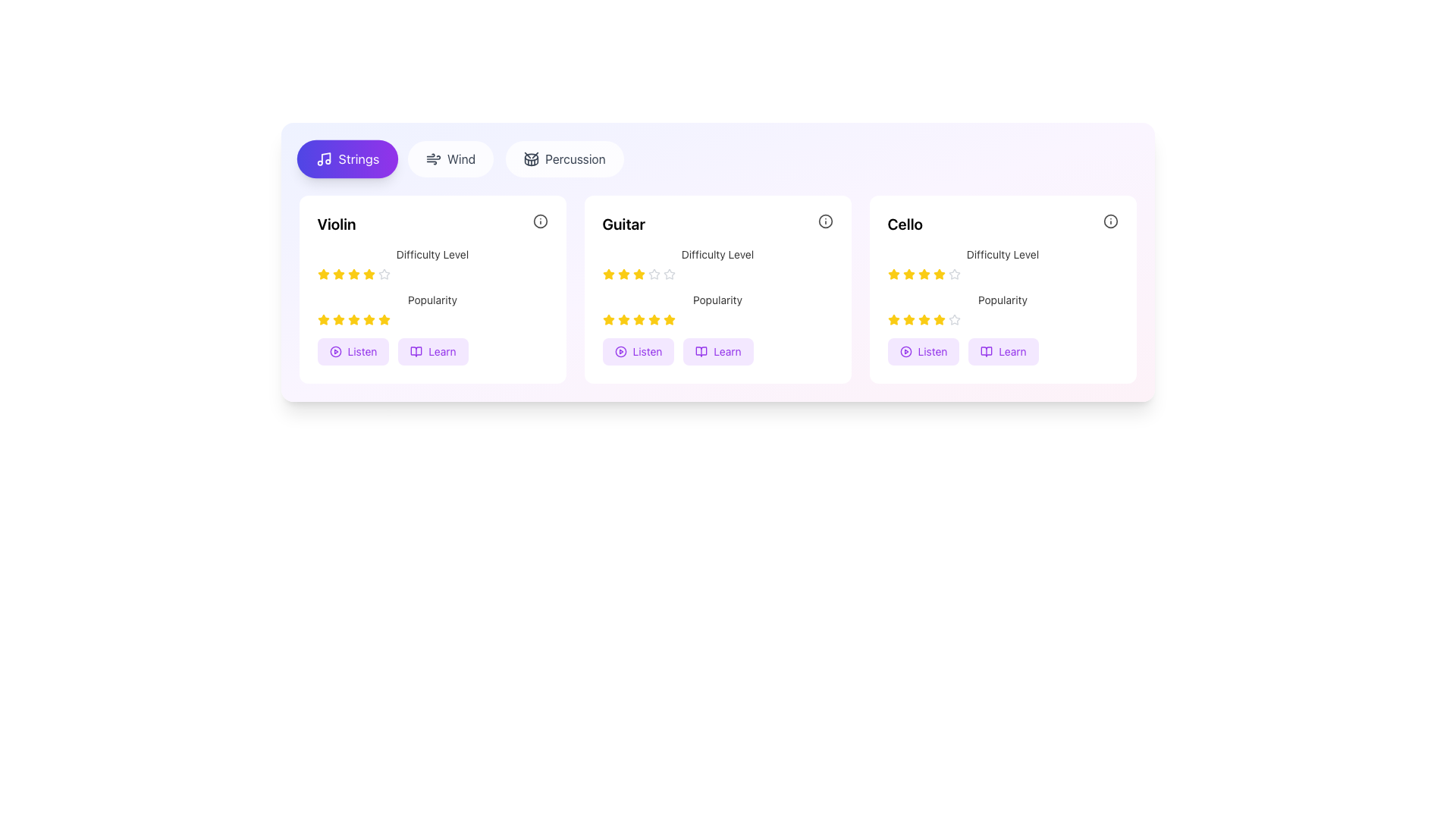 This screenshot has height=819, width=1456. What do you see at coordinates (938, 318) in the screenshot?
I see `the fifth star icon representing 'Popularity' in the rating system of the 'Cello' card` at bounding box center [938, 318].